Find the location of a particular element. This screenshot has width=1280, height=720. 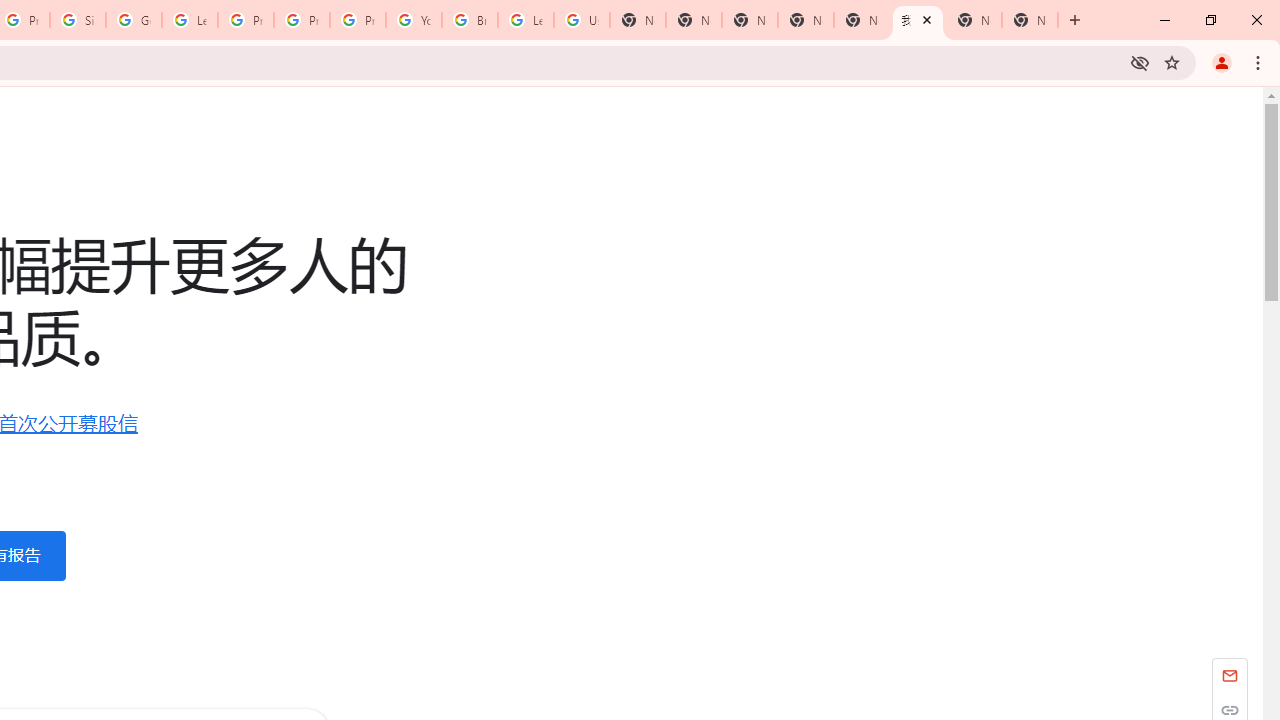

'Privacy Help Center - Policies Help' is located at coordinates (244, 20).